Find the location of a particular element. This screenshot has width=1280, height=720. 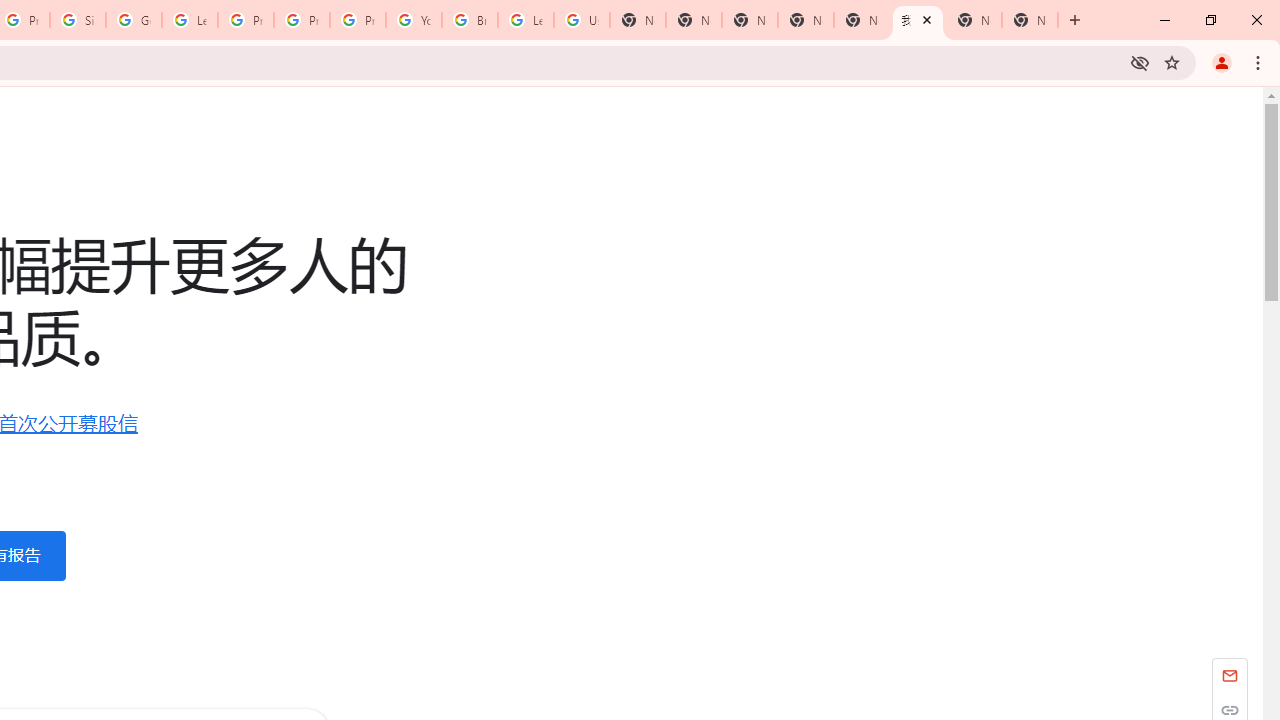

'Privacy Help Center - Policies Help' is located at coordinates (244, 20).